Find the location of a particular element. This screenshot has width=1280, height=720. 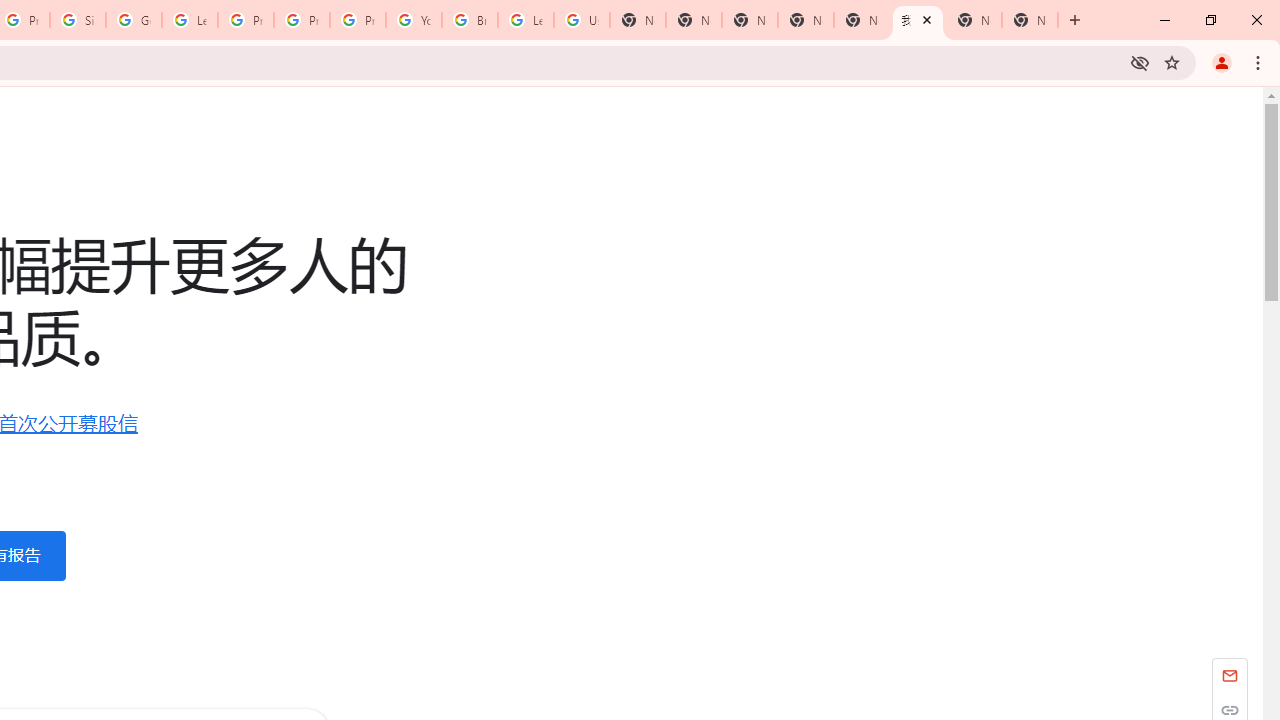

'Privacy Help Center - Policies Help' is located at coordinates (244, 20).